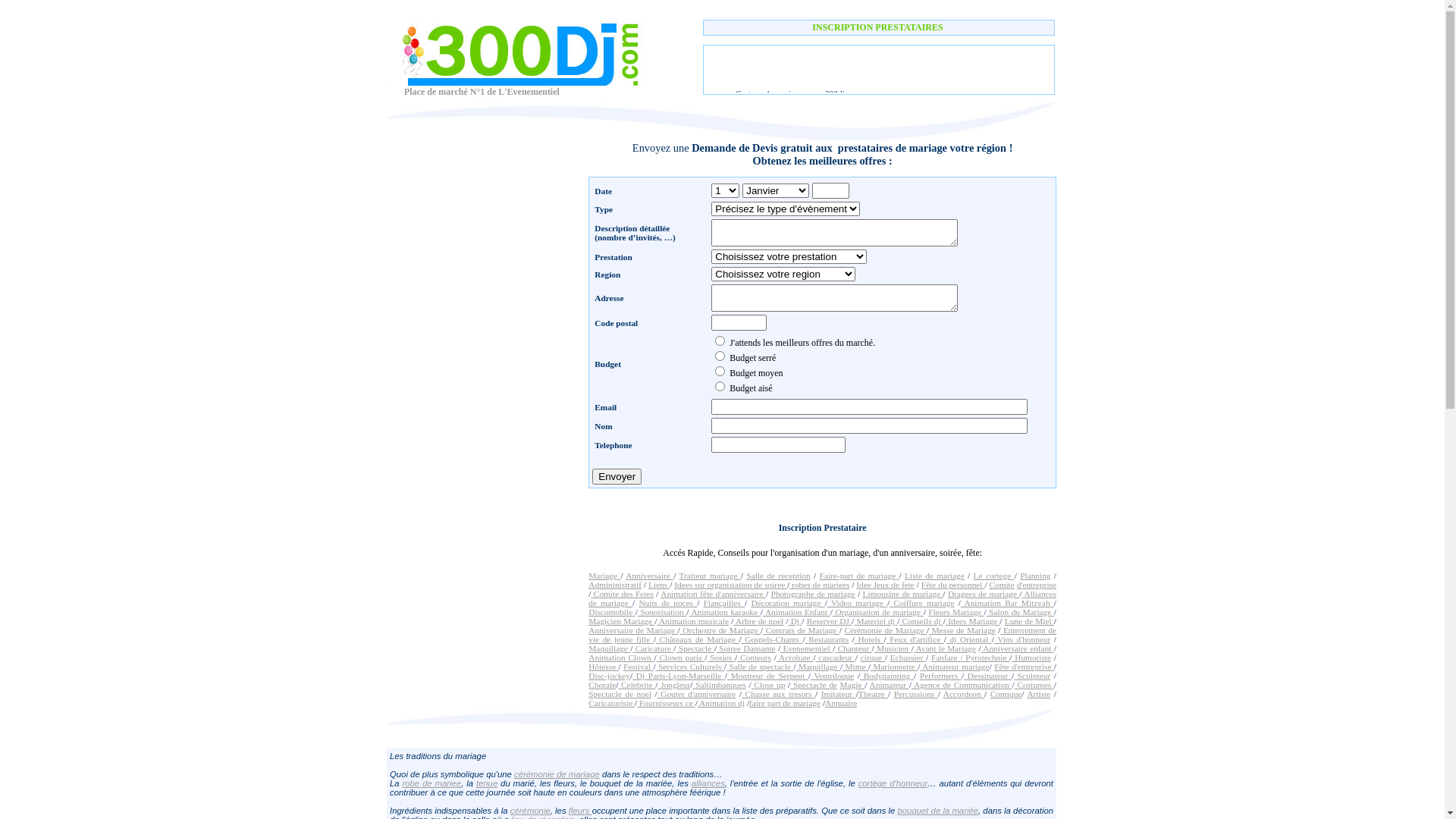 This screenshot has width=1456, height=819. Describe the element at coordinates (656, 657) in the screenshot. I see `'Clown paris'` at that location.